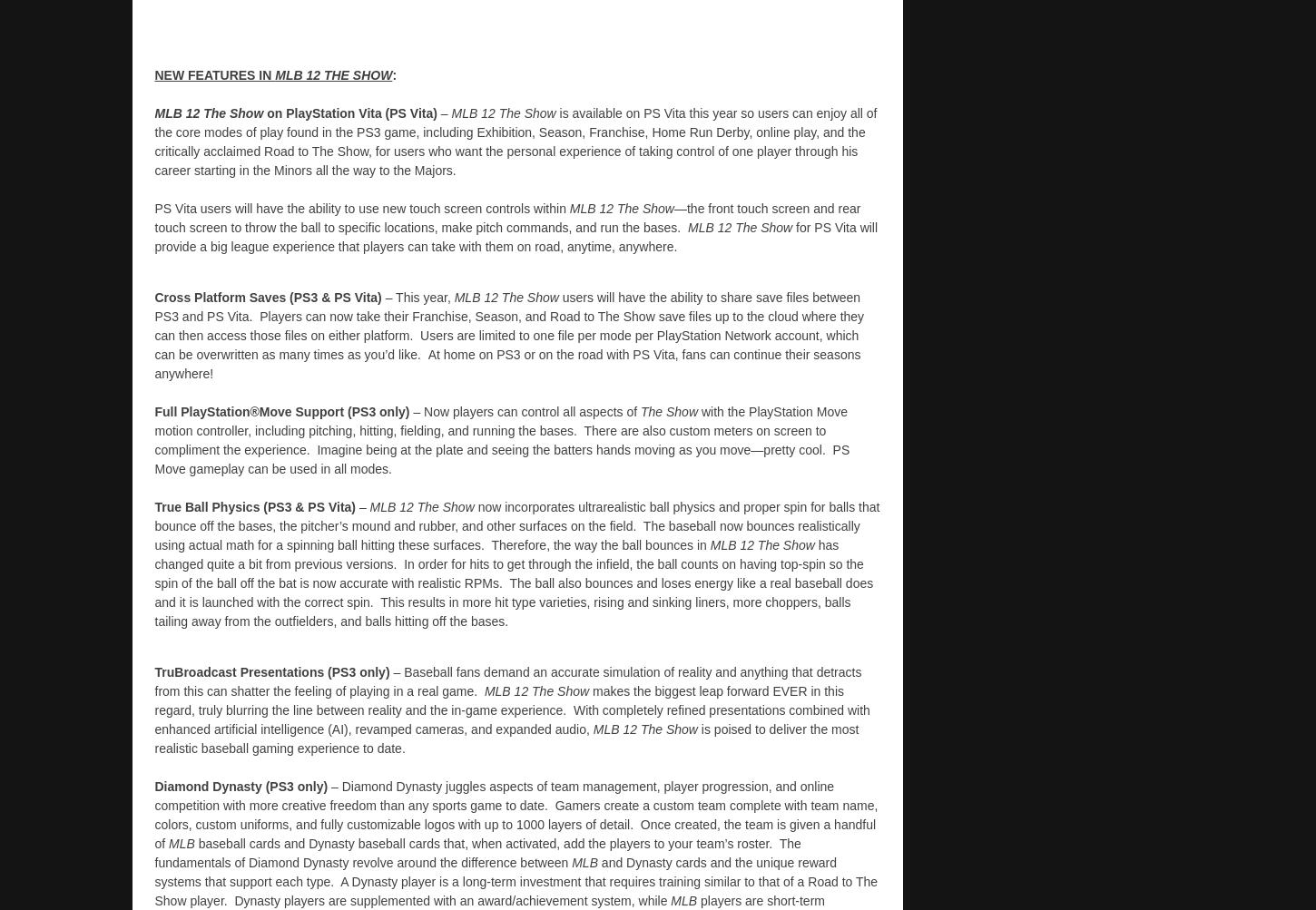 Image resolution: width=1316 pixels, height=910 pixels. Describe the element at coordinates (509, 149) in the screenshot. I see `'Home Run Derby, online play, and the critically acclaimed Road to The Show, for users who want the personal experience of taking control of one player through his career starting in the Minors all the way to the Majors.'` at that location.